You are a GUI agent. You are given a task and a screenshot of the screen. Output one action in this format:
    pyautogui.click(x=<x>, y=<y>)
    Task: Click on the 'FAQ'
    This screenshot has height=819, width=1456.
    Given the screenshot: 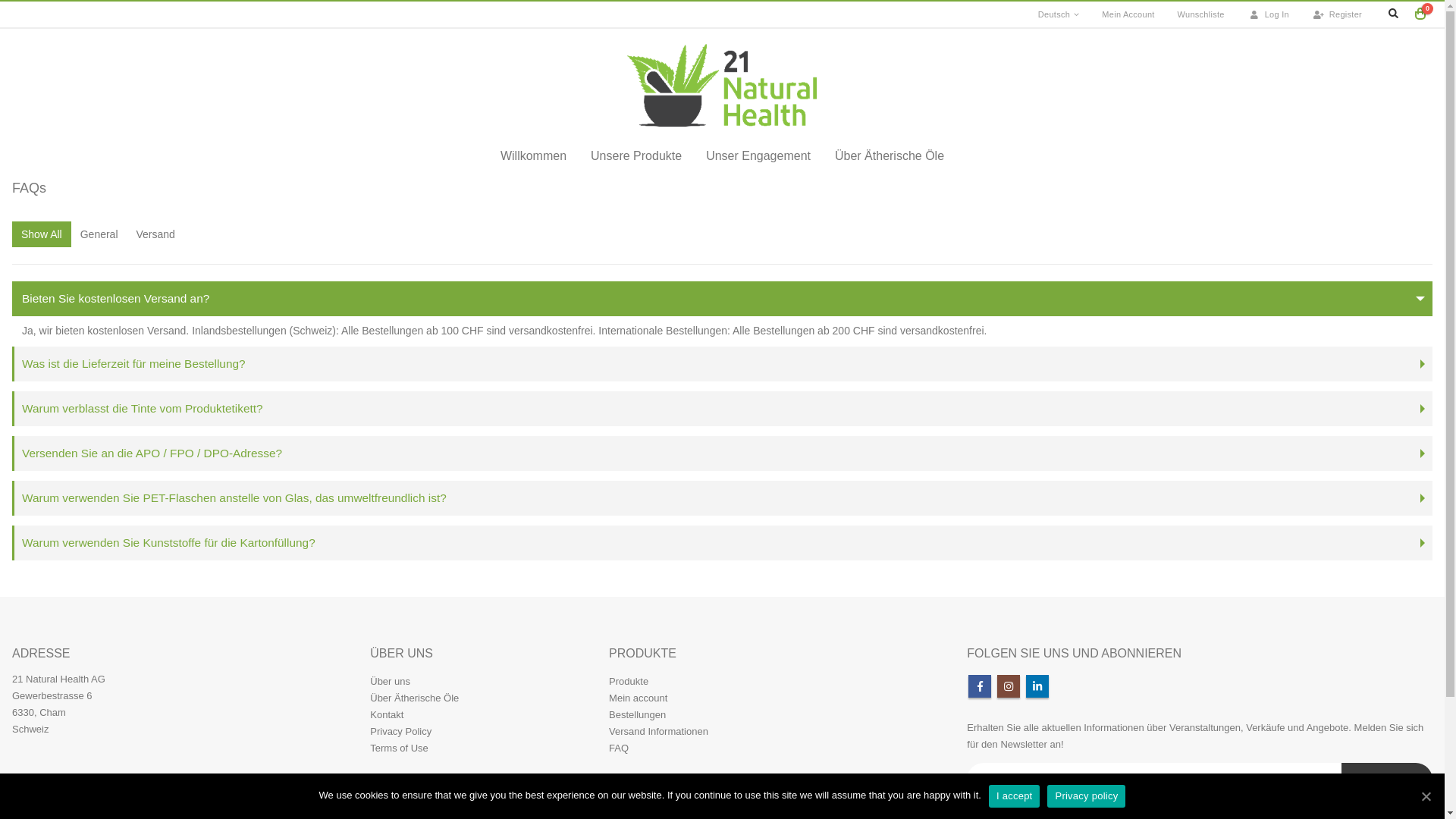 What is the action you would take?
    pyautogui.click(x=608, y=747)
    